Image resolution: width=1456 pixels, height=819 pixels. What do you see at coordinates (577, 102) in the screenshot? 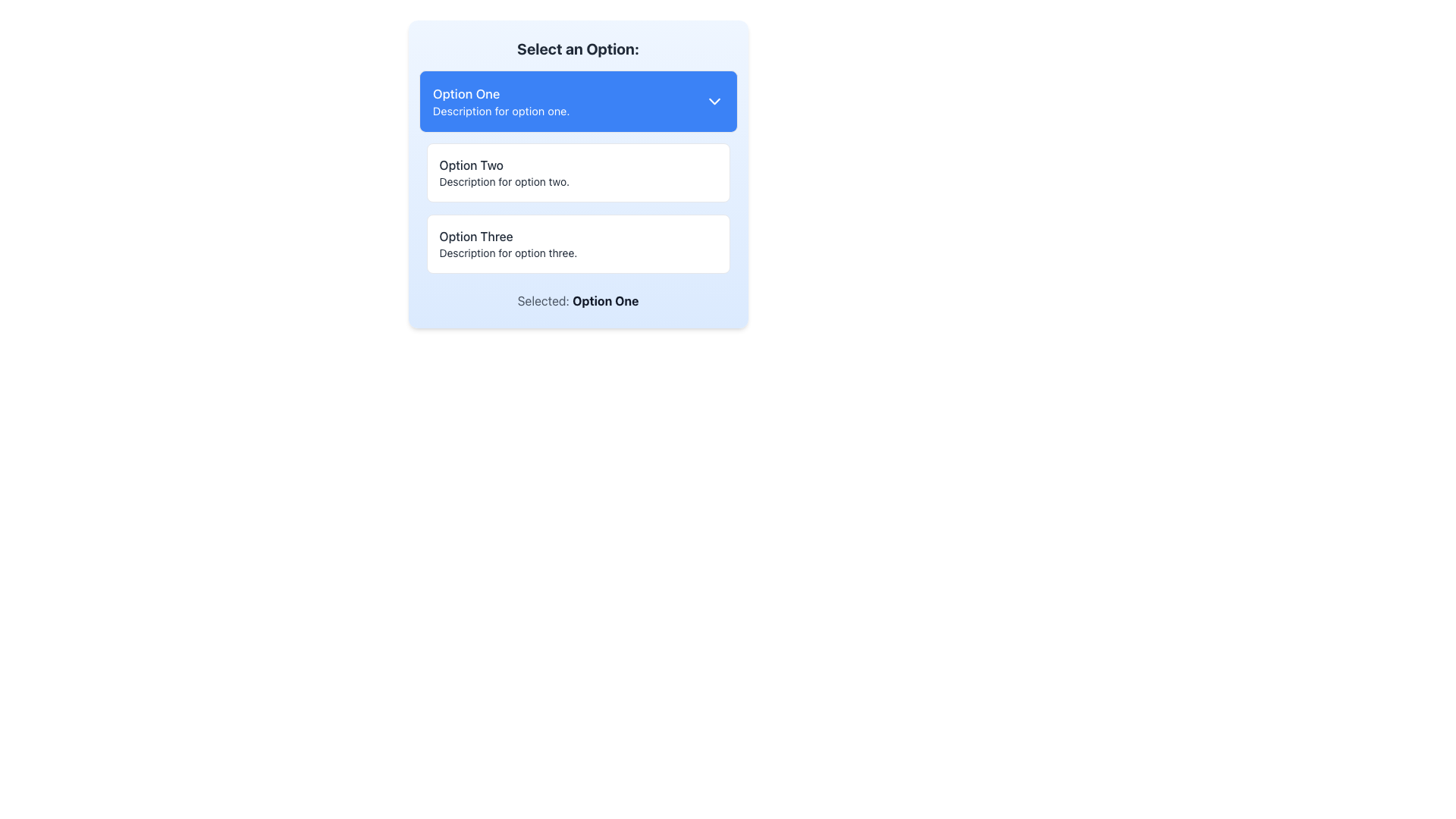
I see `the 'Option One' button located at the top of the selection group under the title 'Select an Option:'` at bounding box center [577, 102].